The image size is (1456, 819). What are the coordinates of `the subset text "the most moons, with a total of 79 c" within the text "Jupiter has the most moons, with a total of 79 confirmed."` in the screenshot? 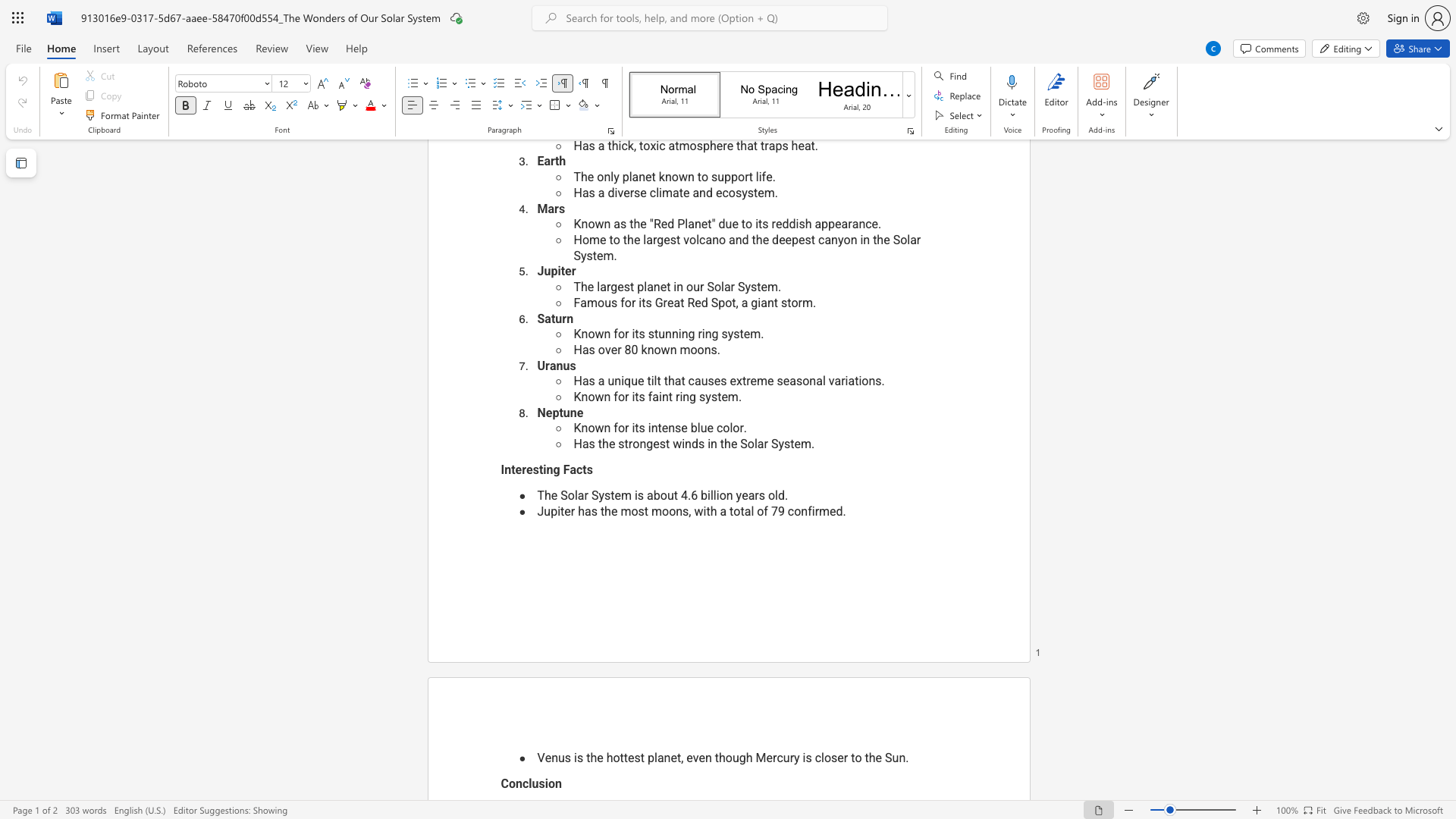 It's located at (599, 511).